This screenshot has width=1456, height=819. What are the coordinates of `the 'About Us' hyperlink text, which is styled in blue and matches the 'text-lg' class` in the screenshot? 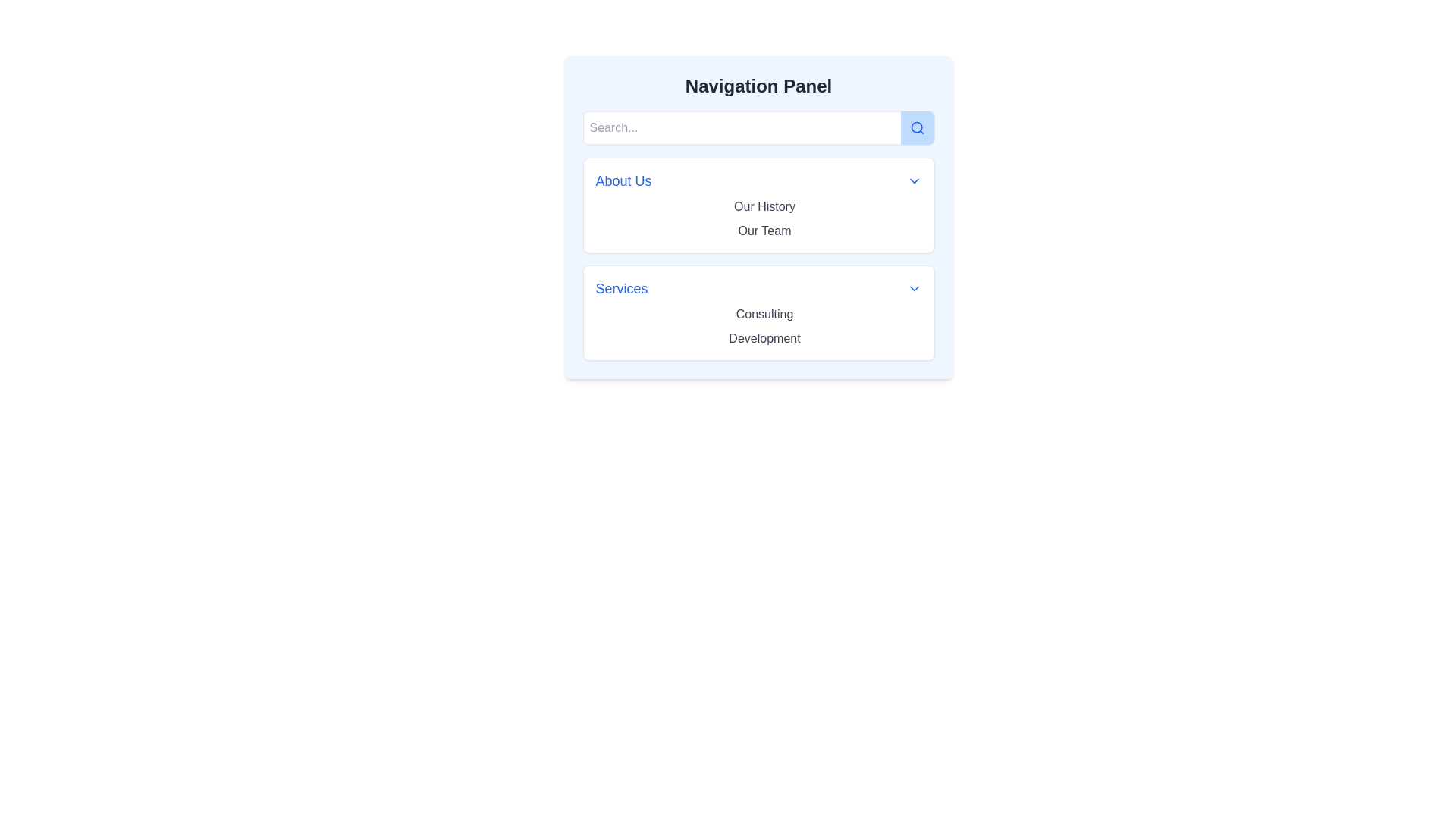 It's located at (623, 180).